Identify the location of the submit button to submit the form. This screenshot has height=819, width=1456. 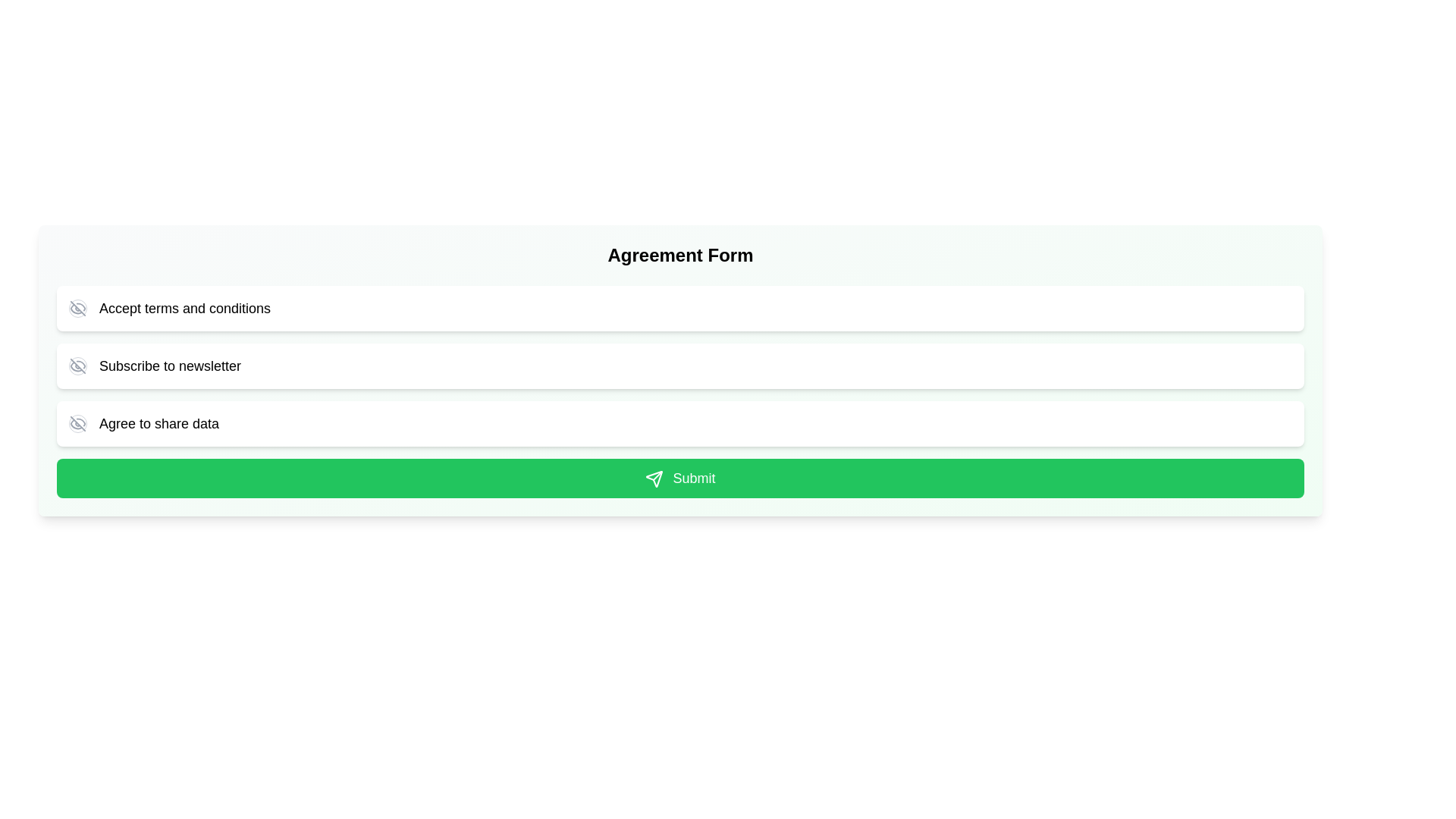
(679, 479).